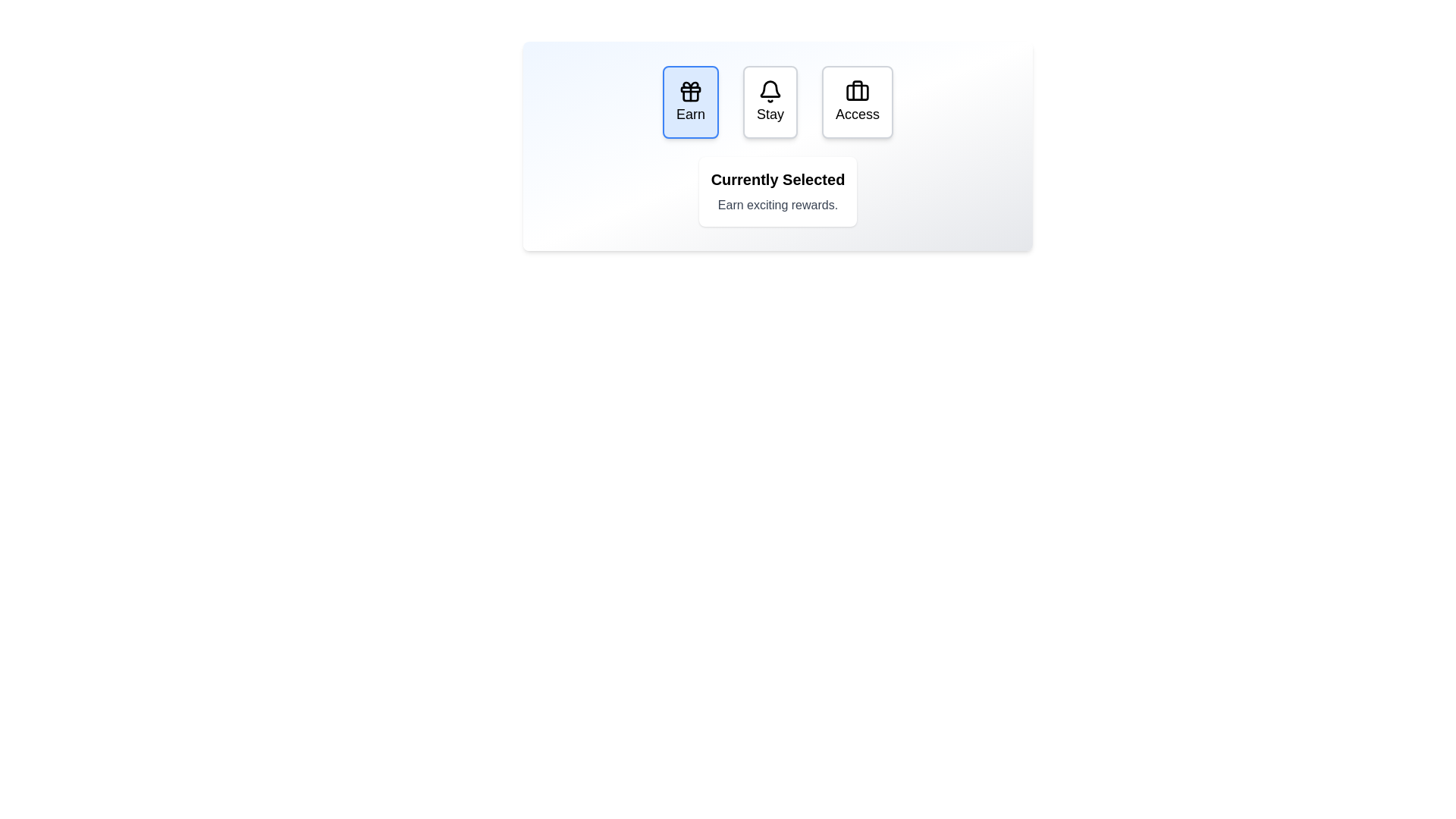  What do you see at coordinates (690, 91) in the screenshot?
I see `gift box icon located at the top center of the card labeled 'Earn', which is characterized by its minimalistic design and is positioned directly above the text 'Earn'` at bounding box center [690, 91].